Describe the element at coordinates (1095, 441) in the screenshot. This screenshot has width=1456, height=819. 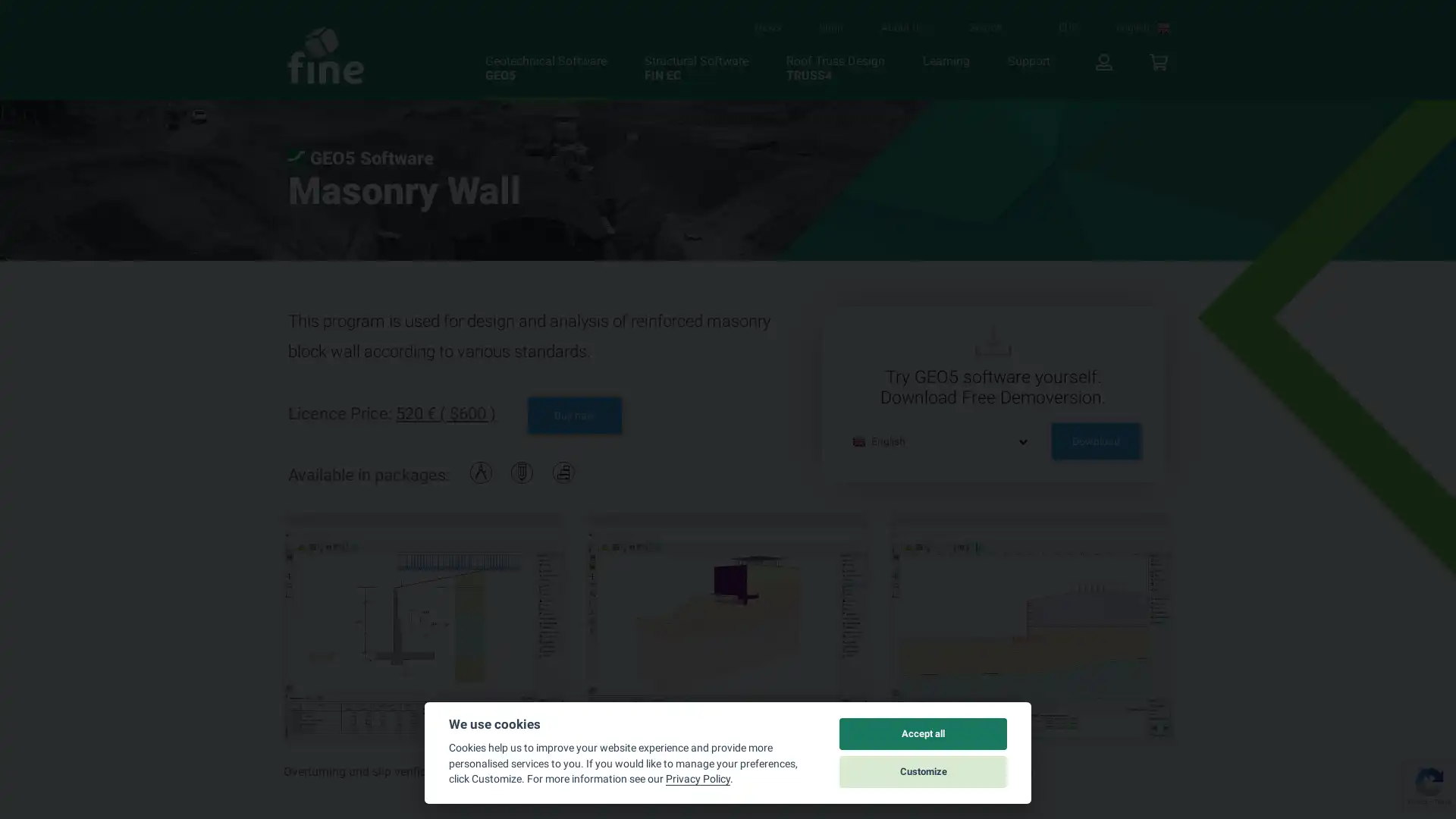
I see `Download` at that location.